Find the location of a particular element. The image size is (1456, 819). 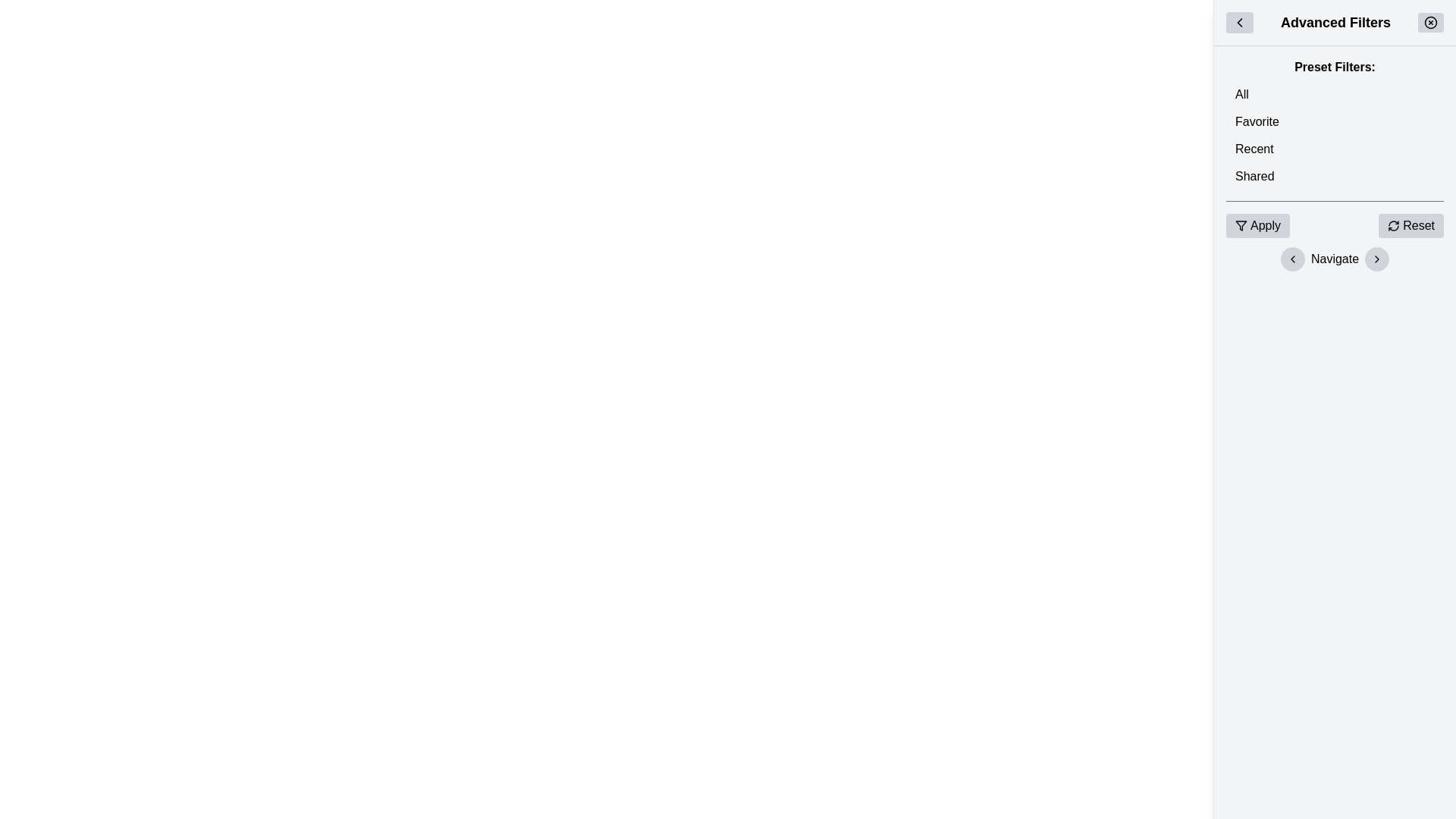

the 'Shared' button, which is the fourth item in a vertical list of filter options in the right-hand sidebar, to observe the background color change is located at coordinates (1335, 175).